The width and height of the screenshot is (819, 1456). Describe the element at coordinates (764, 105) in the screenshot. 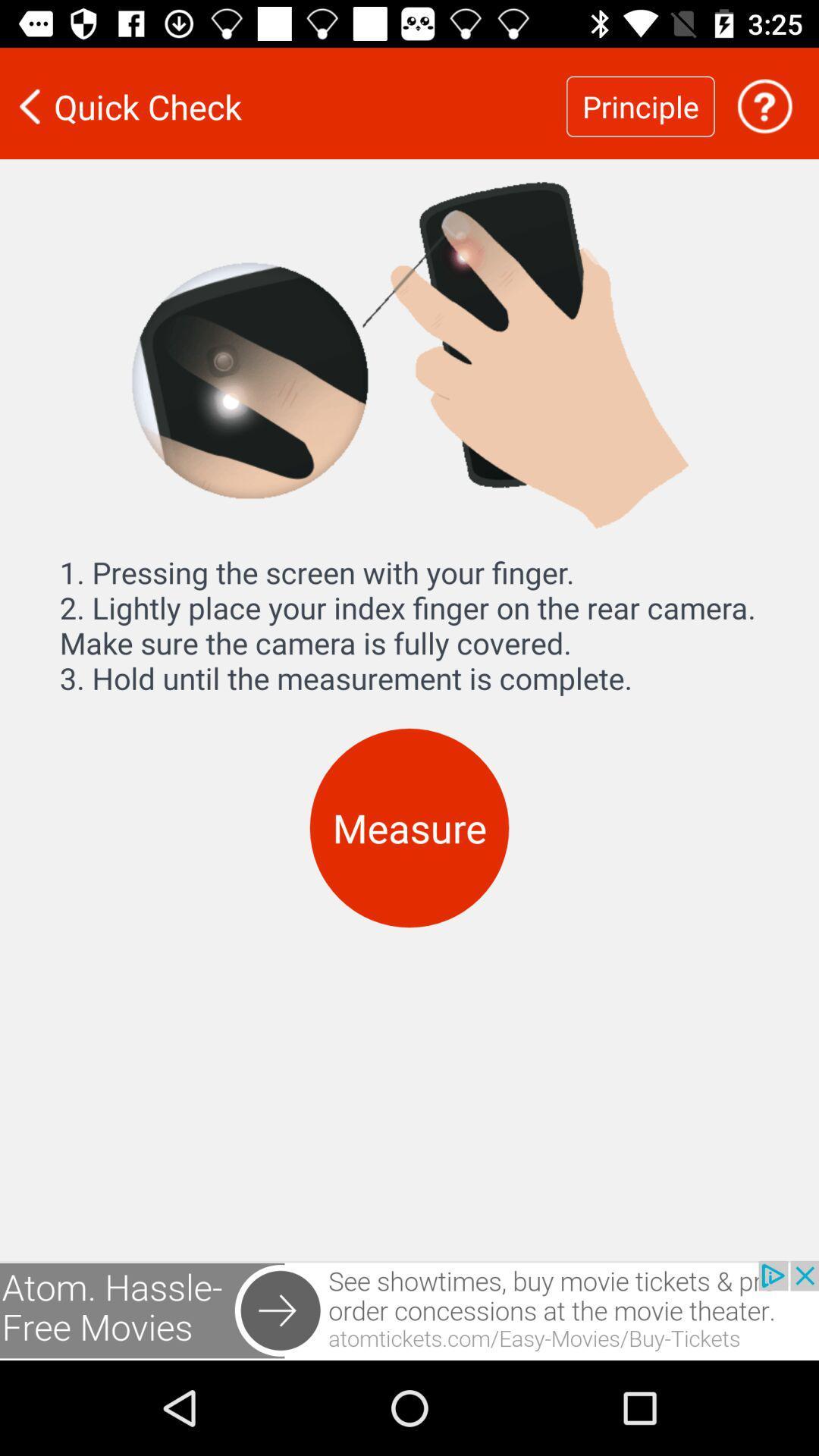

I see `get help` at that location.